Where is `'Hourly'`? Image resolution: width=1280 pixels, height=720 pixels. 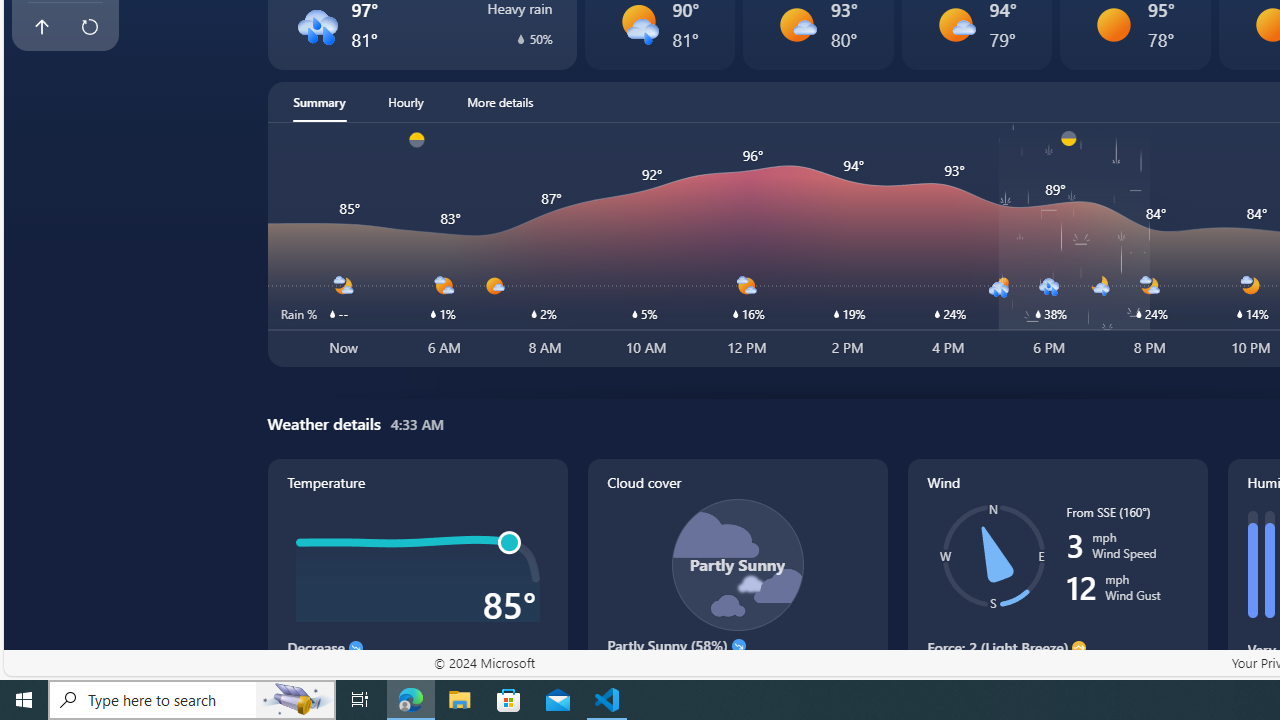 'Hourly' is located at coordinates (405, 101).